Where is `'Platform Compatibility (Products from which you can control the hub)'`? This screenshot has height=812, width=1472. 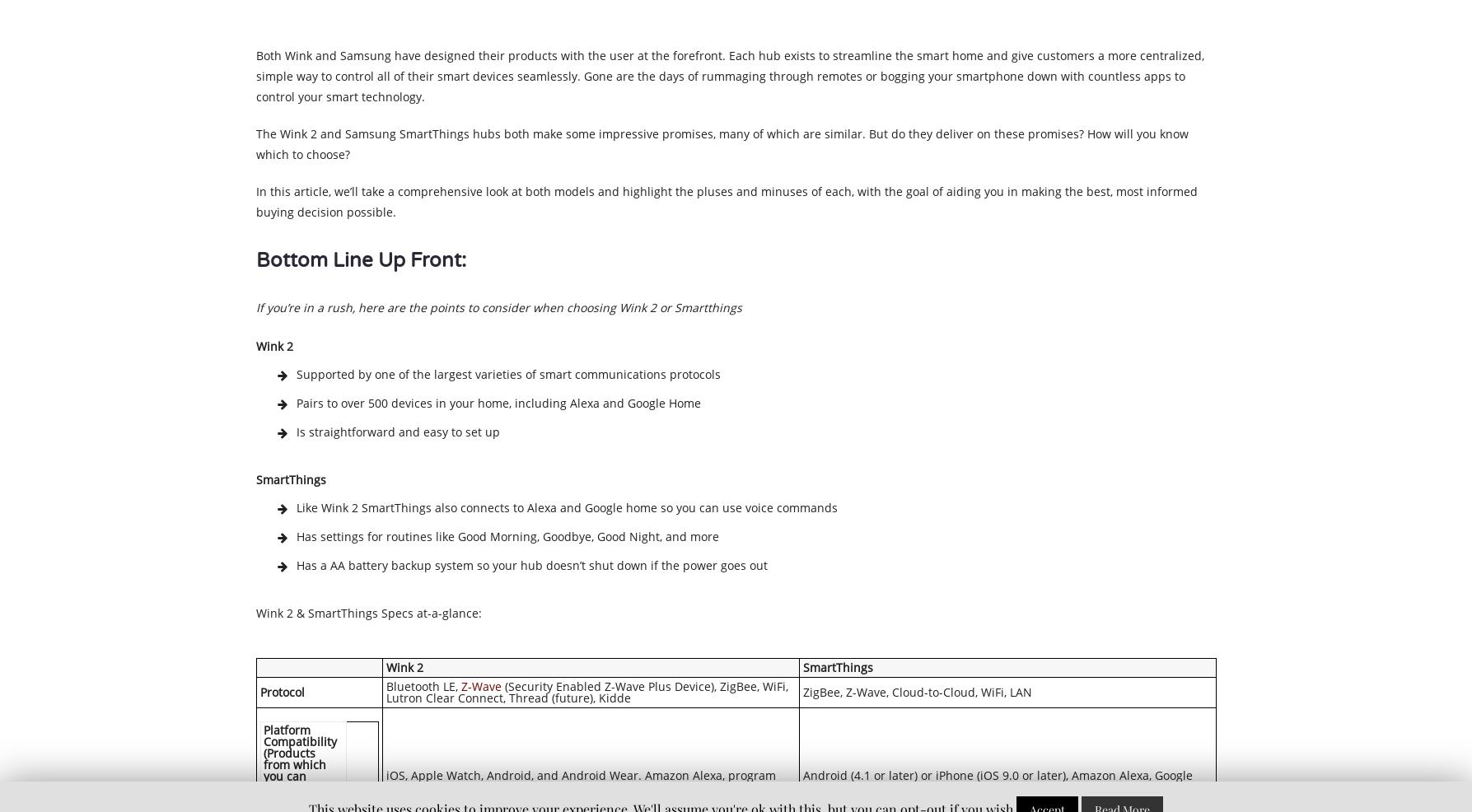 'Platform Compatibility (Products from which you can control the hub)' is located at coordinates (299, 763).